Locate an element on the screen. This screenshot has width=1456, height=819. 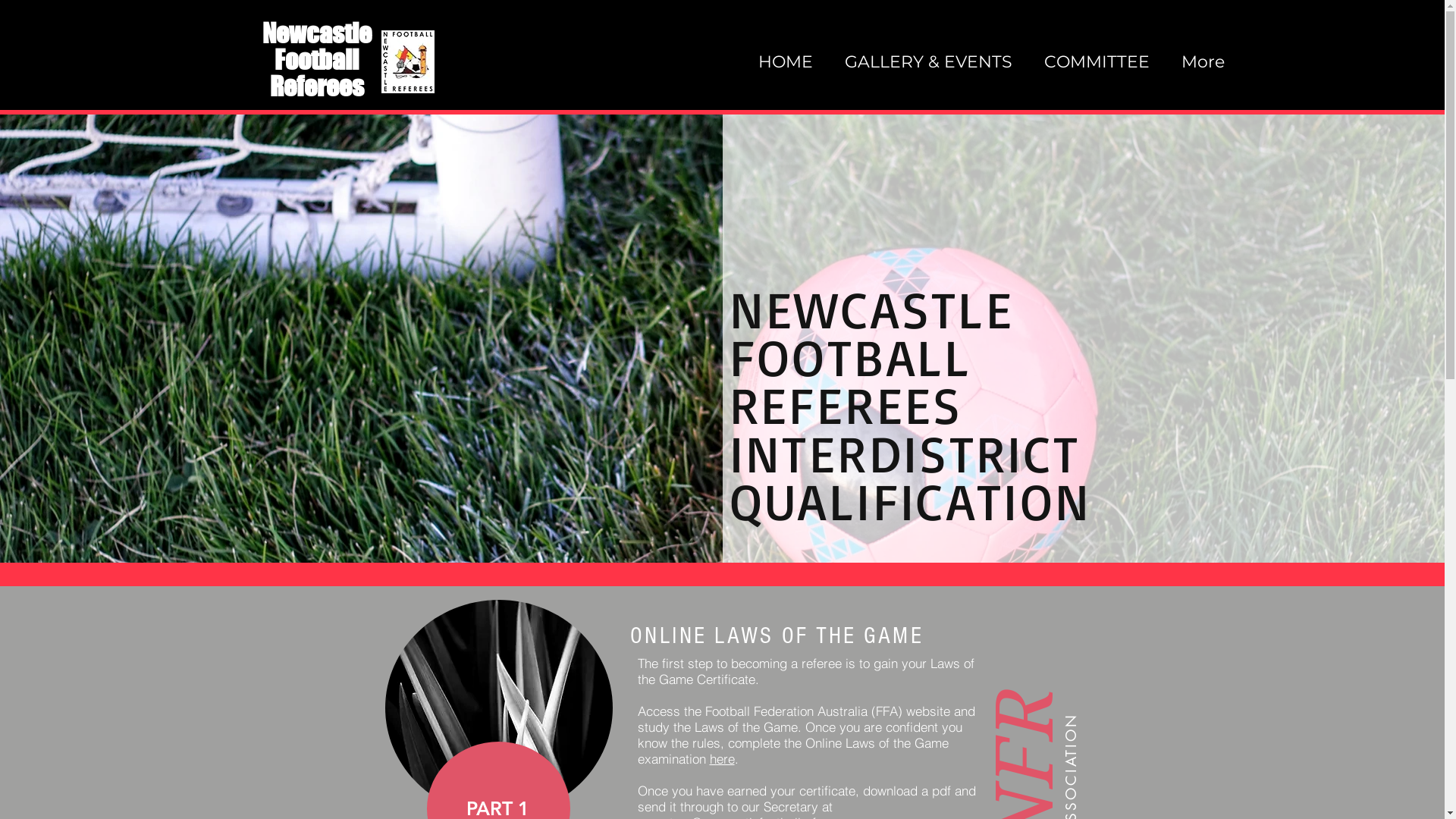
'GALLERY & EVENTS' is located at coordinates (832, 61).